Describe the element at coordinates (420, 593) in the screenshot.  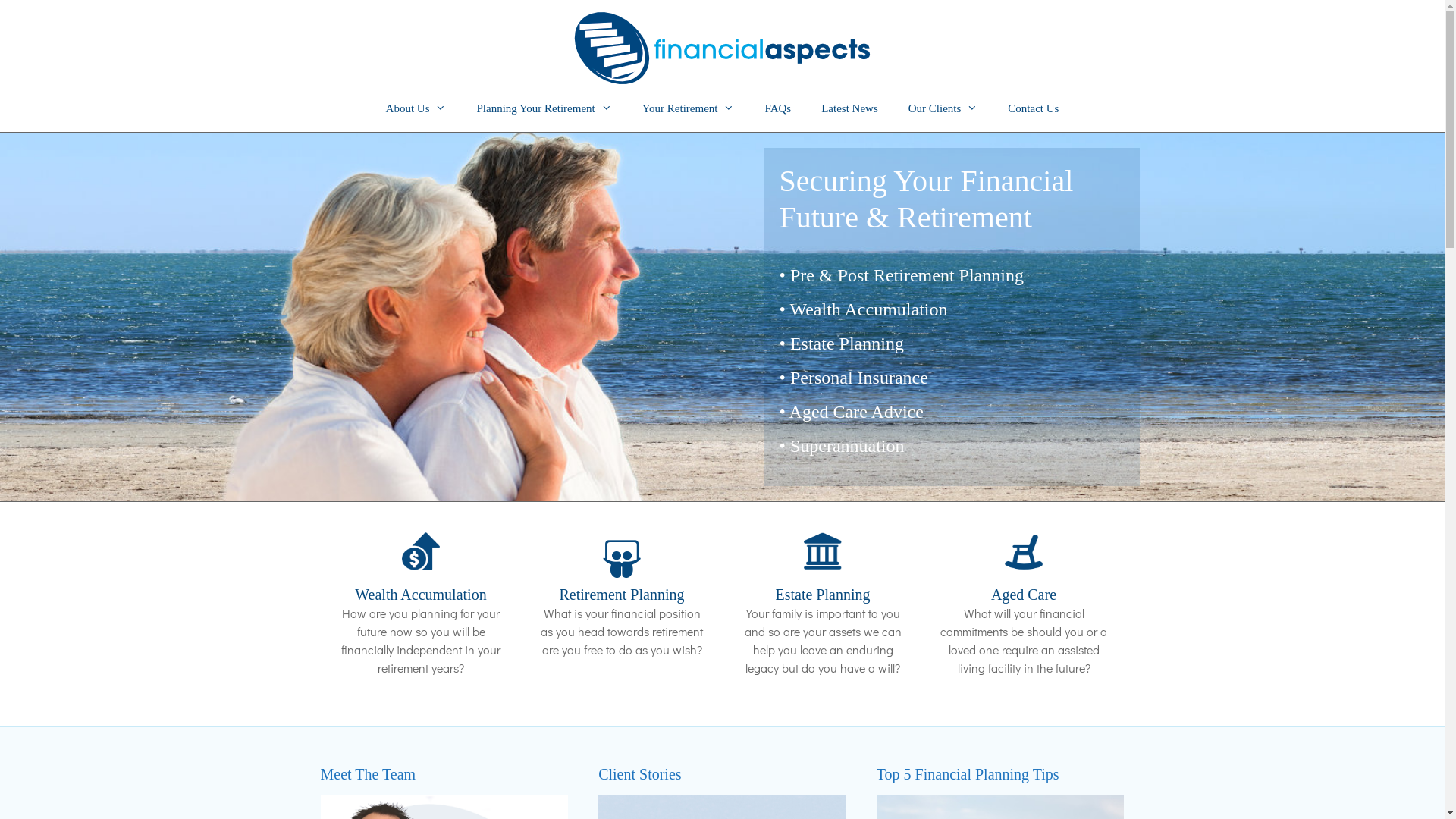
I see `'Wealth Accumulation'` at that location.